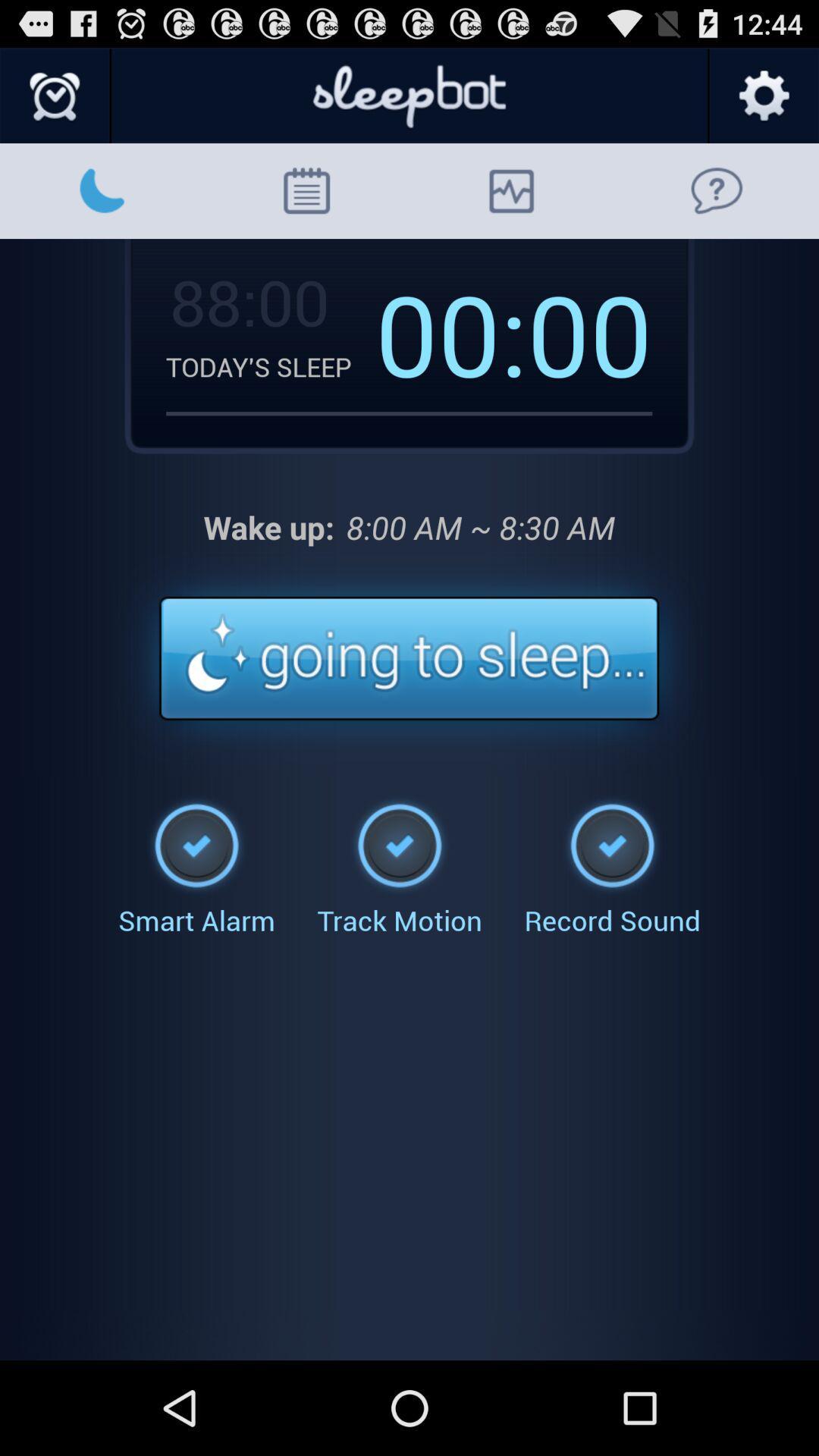  Describe the element at coordinates (763, 102) in the screenshot. I see `the settings icon` at that location.